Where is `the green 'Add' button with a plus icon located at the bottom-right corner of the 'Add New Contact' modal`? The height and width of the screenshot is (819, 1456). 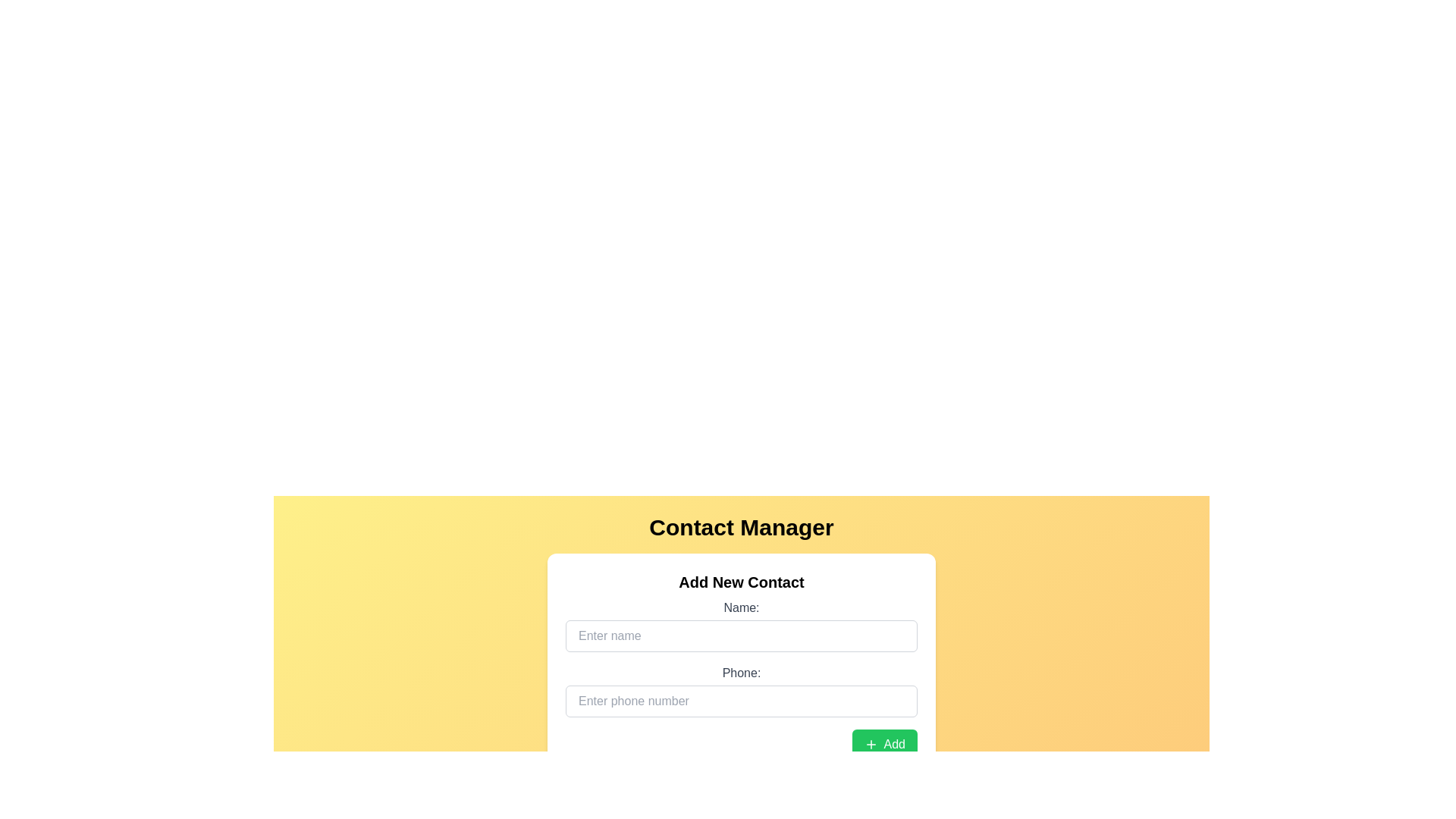
the green 'Add' button with a plus icon located at the bottom-right corner of the 'Add New Contact' modal is located at coordinates (884, 744).